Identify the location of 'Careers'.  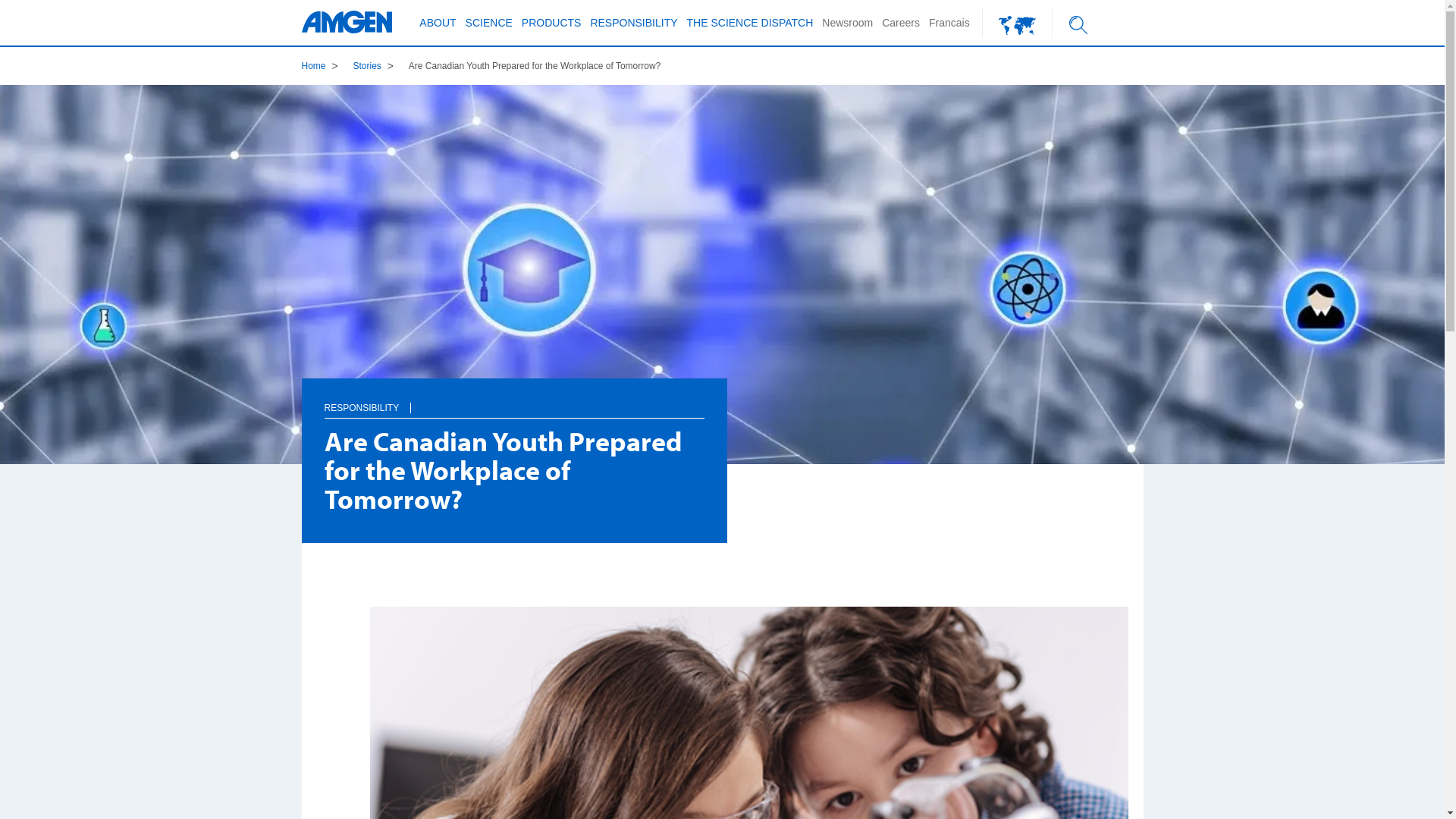
(901, 23).